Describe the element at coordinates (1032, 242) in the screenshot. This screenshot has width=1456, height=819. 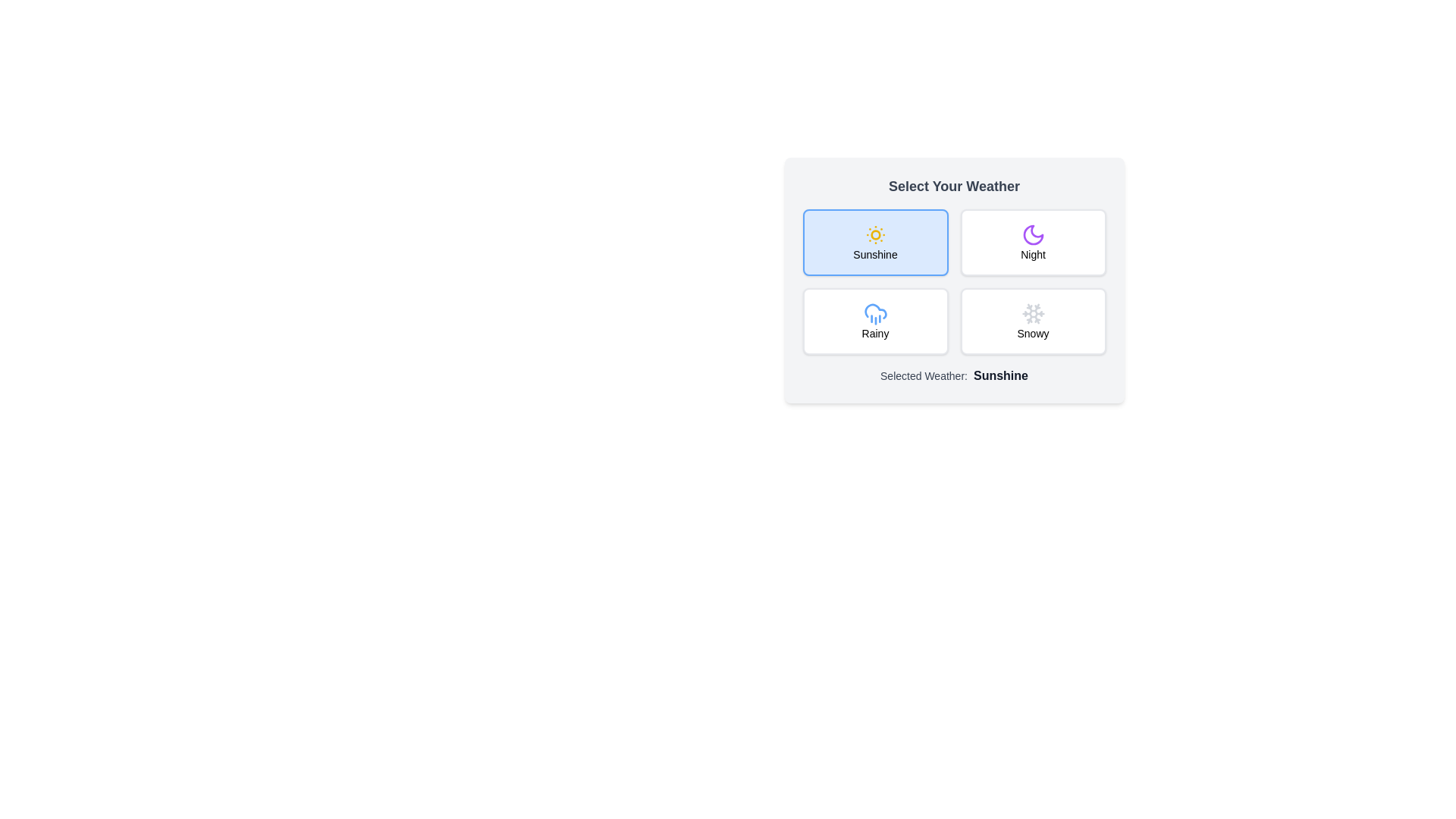
I see `the weather option Night by clicking its respective button` at that location.